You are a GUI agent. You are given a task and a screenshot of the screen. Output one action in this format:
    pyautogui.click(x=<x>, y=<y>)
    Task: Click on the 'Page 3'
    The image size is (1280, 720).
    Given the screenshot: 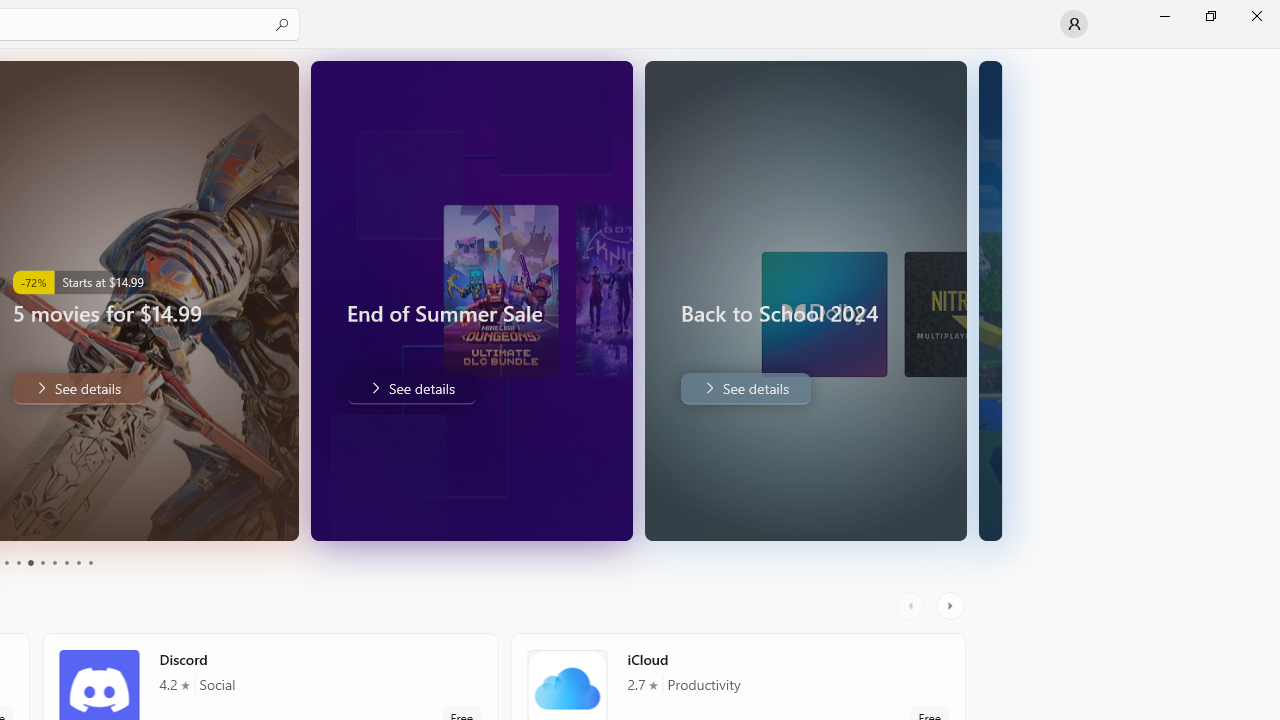 What is the action you would take?
    pyautogui.click(x=5, y=563)
    